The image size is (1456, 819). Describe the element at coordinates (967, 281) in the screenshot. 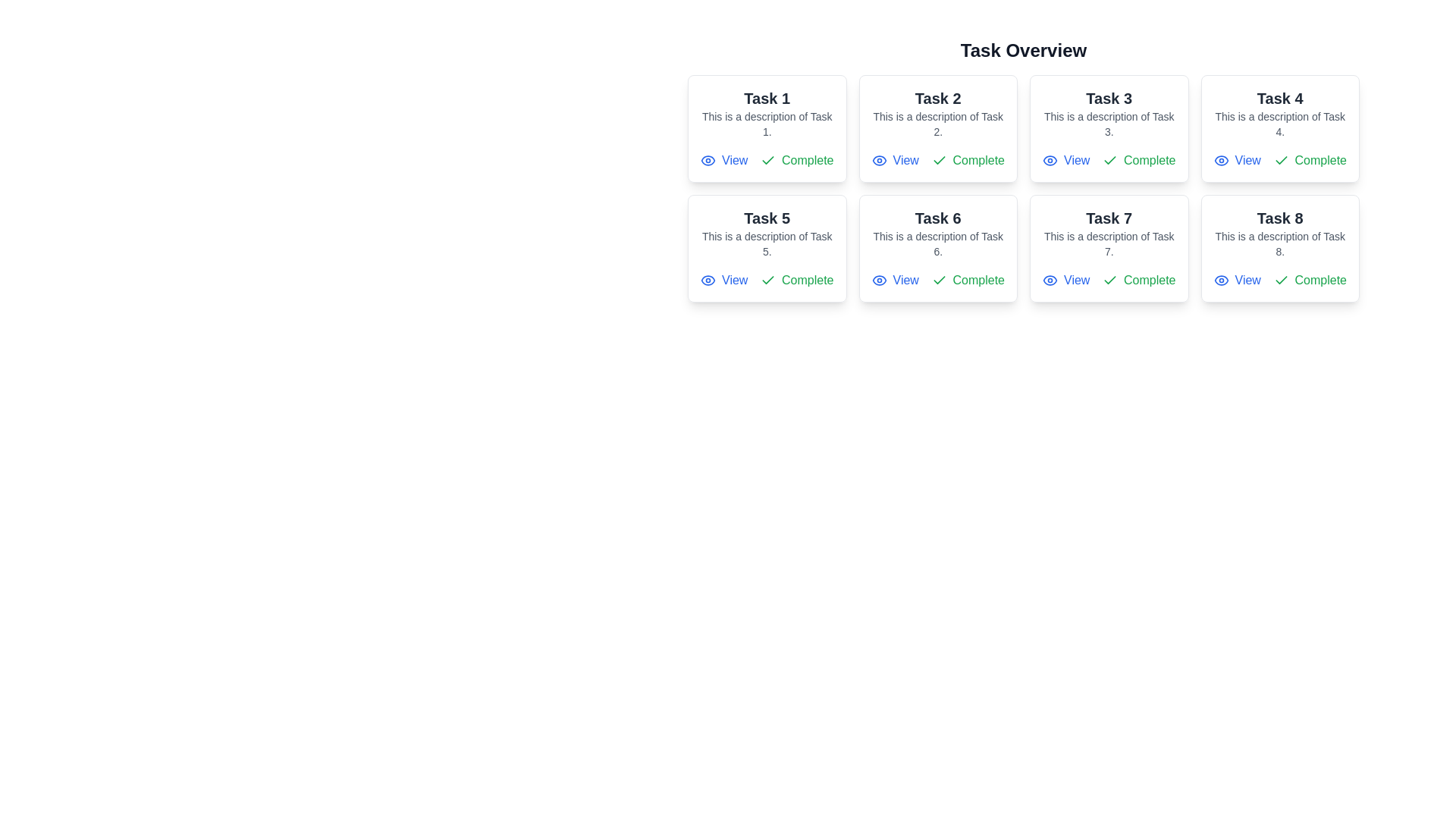

I see `the interactive label displaying 'Complete' with a checkmark icon to change the text color to a darker shade` at that location.